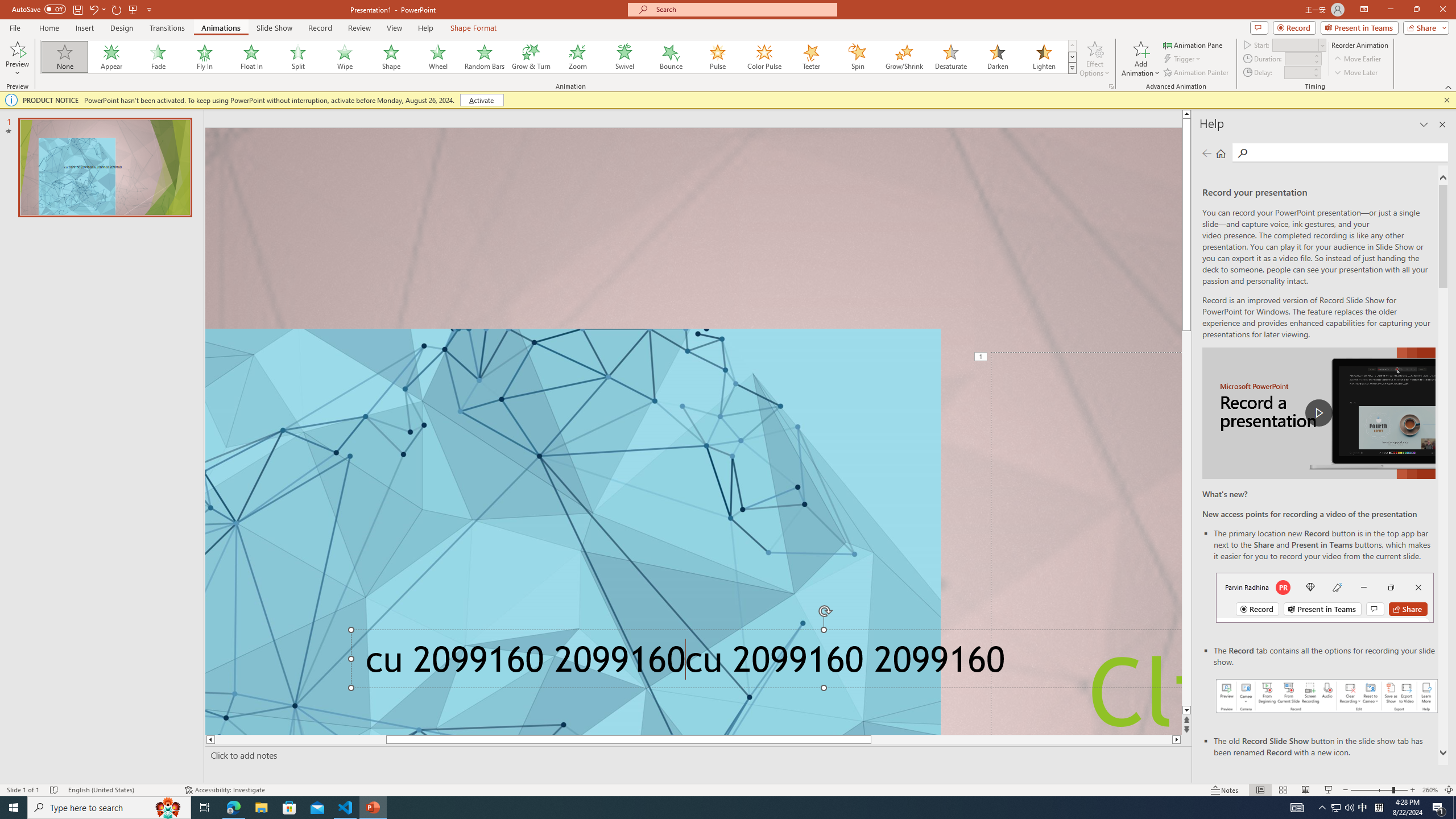 The image size is (1456, 819). What do you see at coordinates (1182, 59) in the screenshot?
I see `'Trigger'` at bounding box center [1182, 59].